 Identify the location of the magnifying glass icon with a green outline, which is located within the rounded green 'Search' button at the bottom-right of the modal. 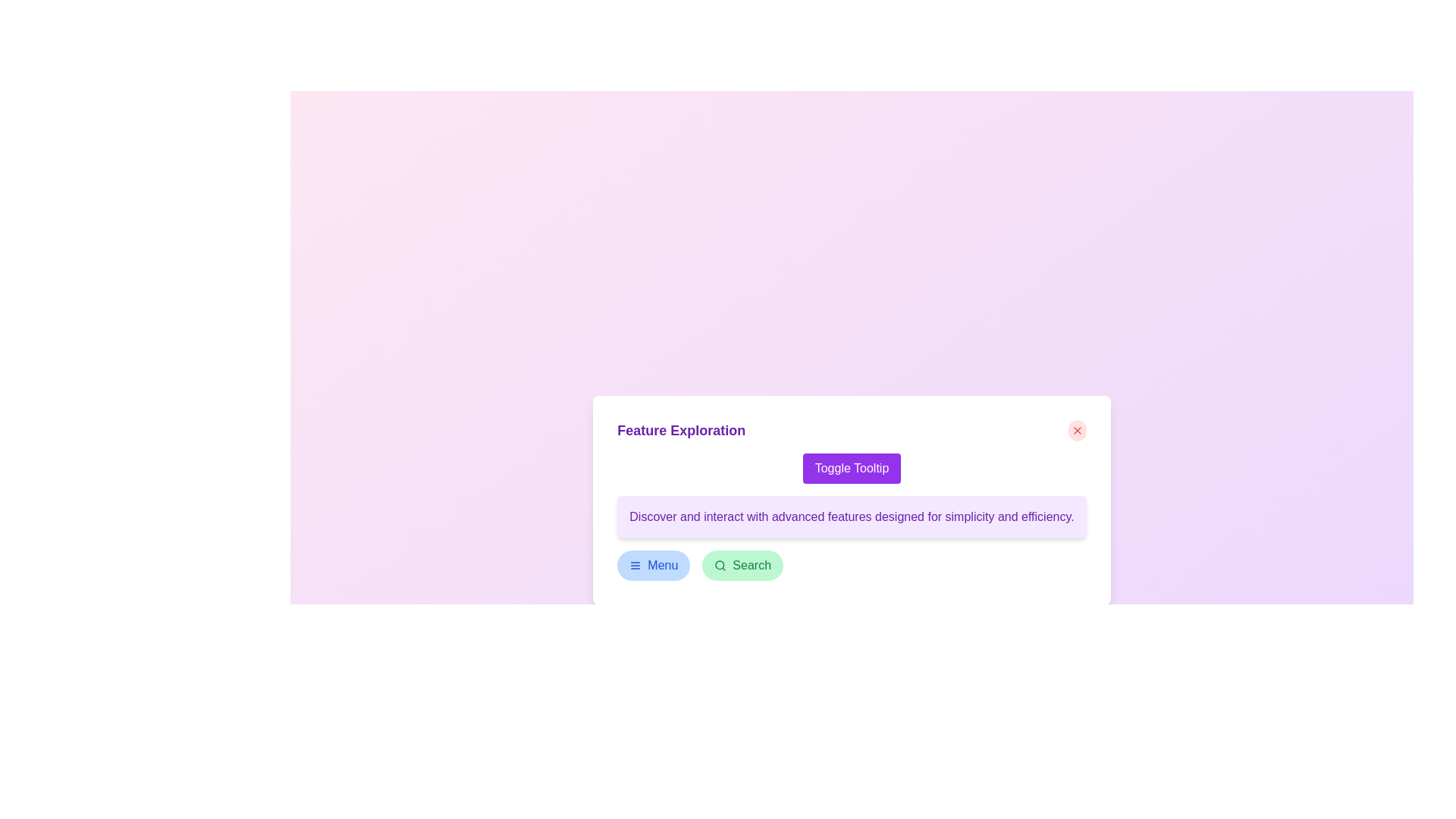
(720, 565).